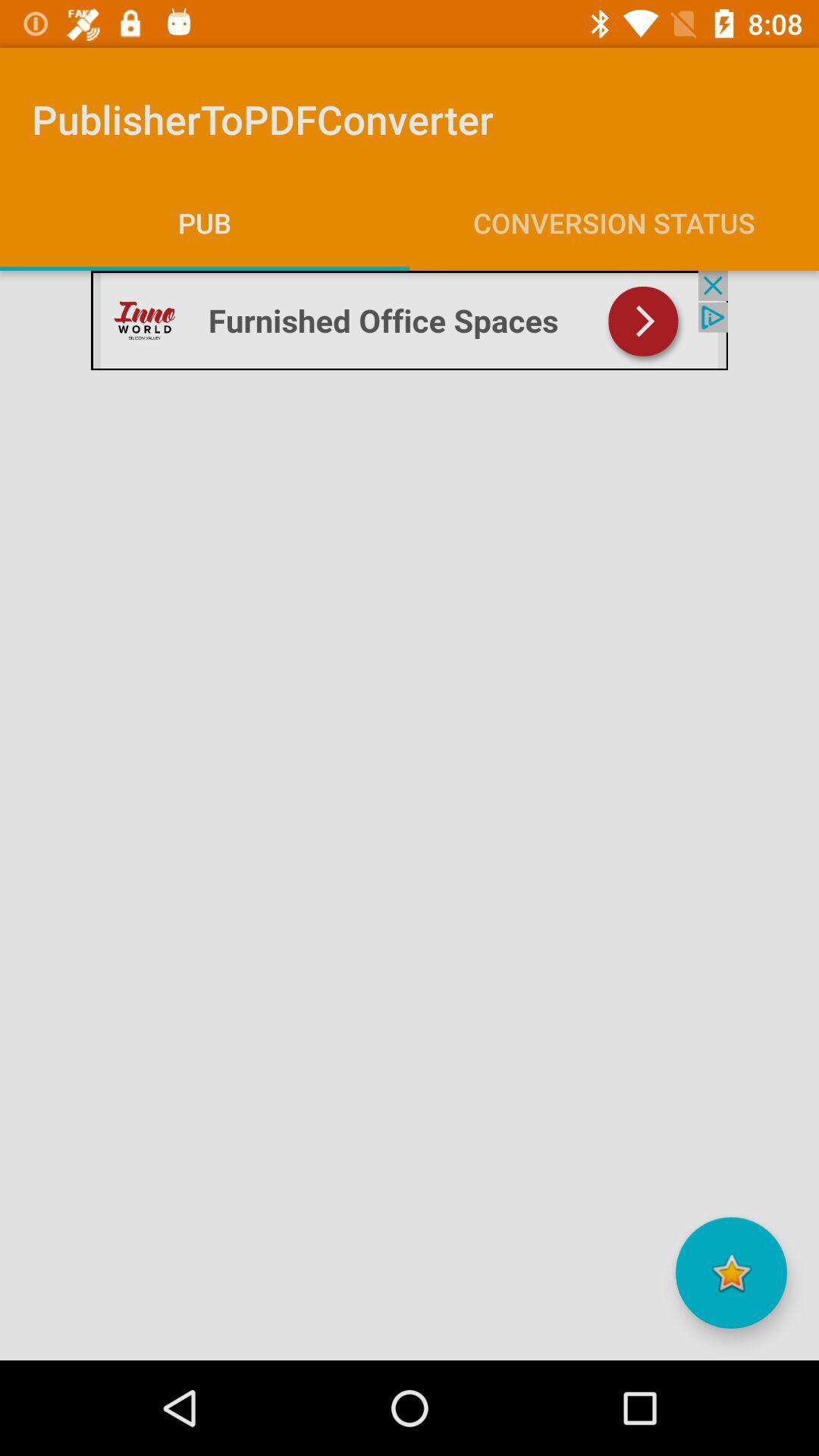 Image resolution: width=819 pixels, height=1456 pixels. I want to click on the star icon, so click(730, 1272).